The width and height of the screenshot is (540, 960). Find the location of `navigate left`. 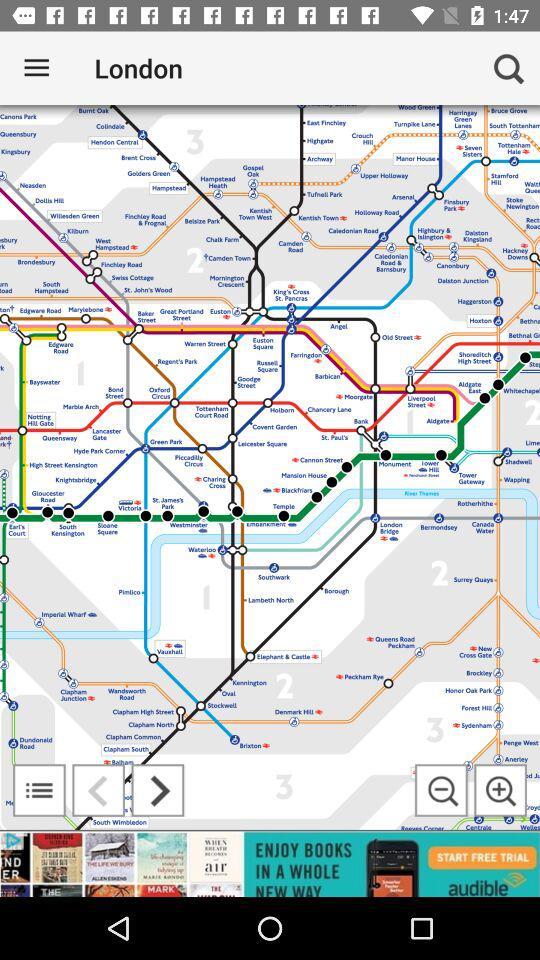

navigate left is located at coordinates (97, 790).